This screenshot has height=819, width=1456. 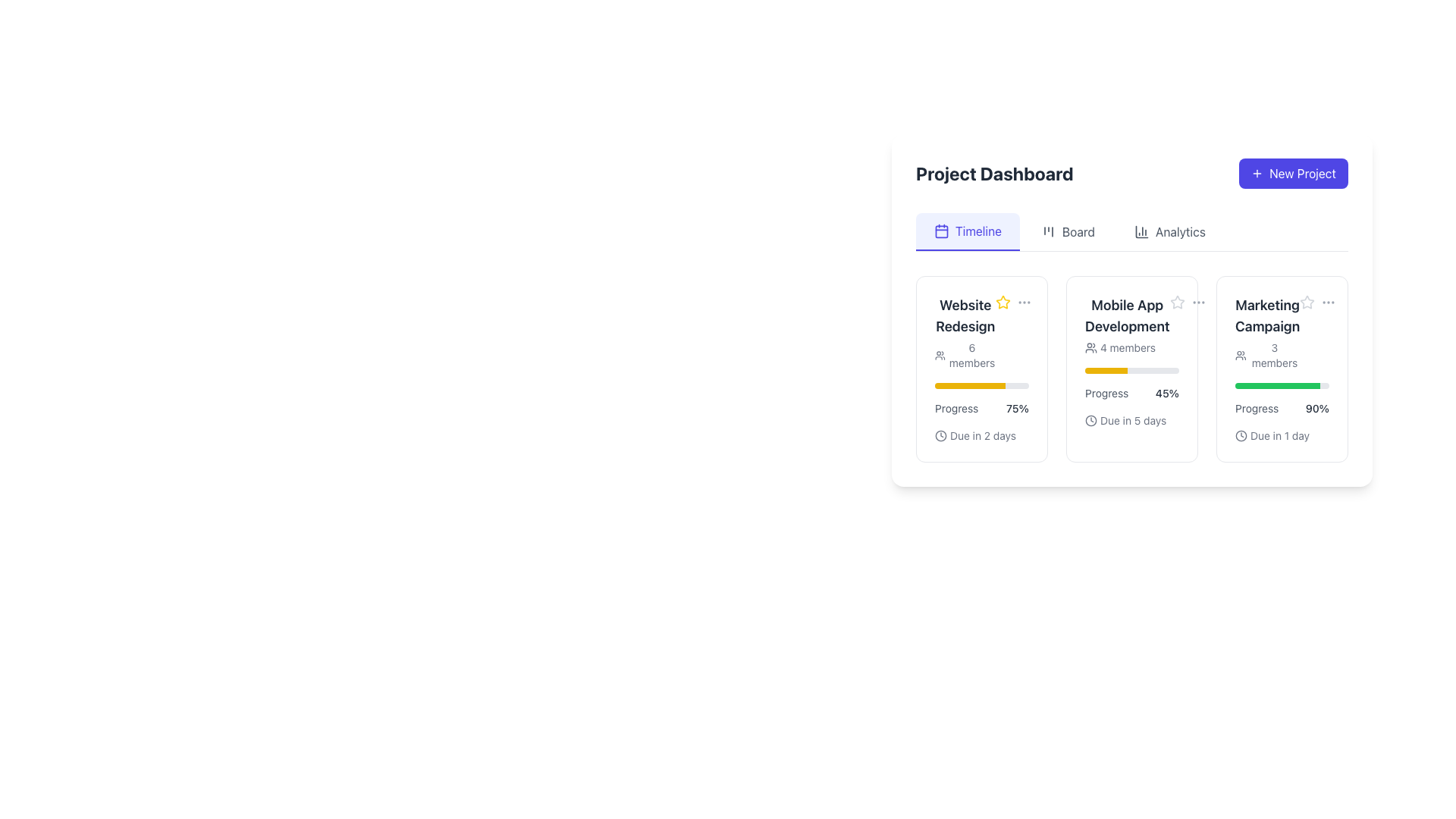 I want to click on the calendar icon representing the 'Timeline' tab, which is the first element in the horizontal tab group at the top-left of the dashboard interface, so click(x=941, y=231).